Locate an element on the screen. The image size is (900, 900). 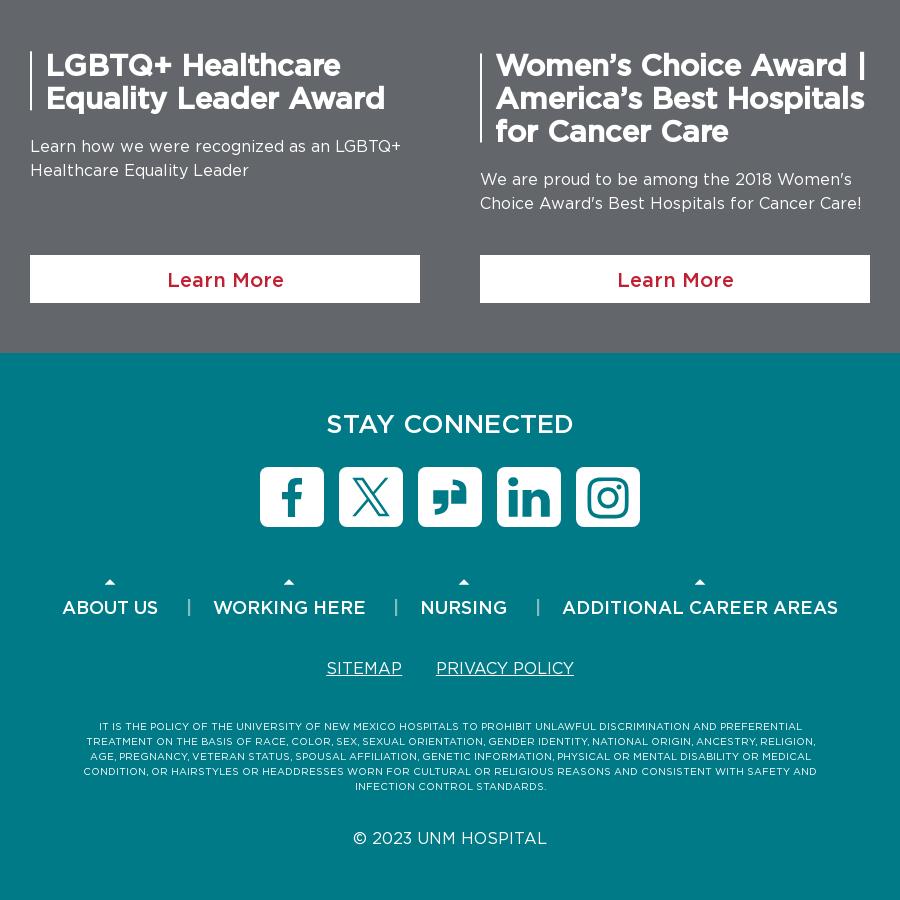
'Women’s Choice Award | America’s Best Hospitals for Cancer Care' is located at coordinates (494, 96).